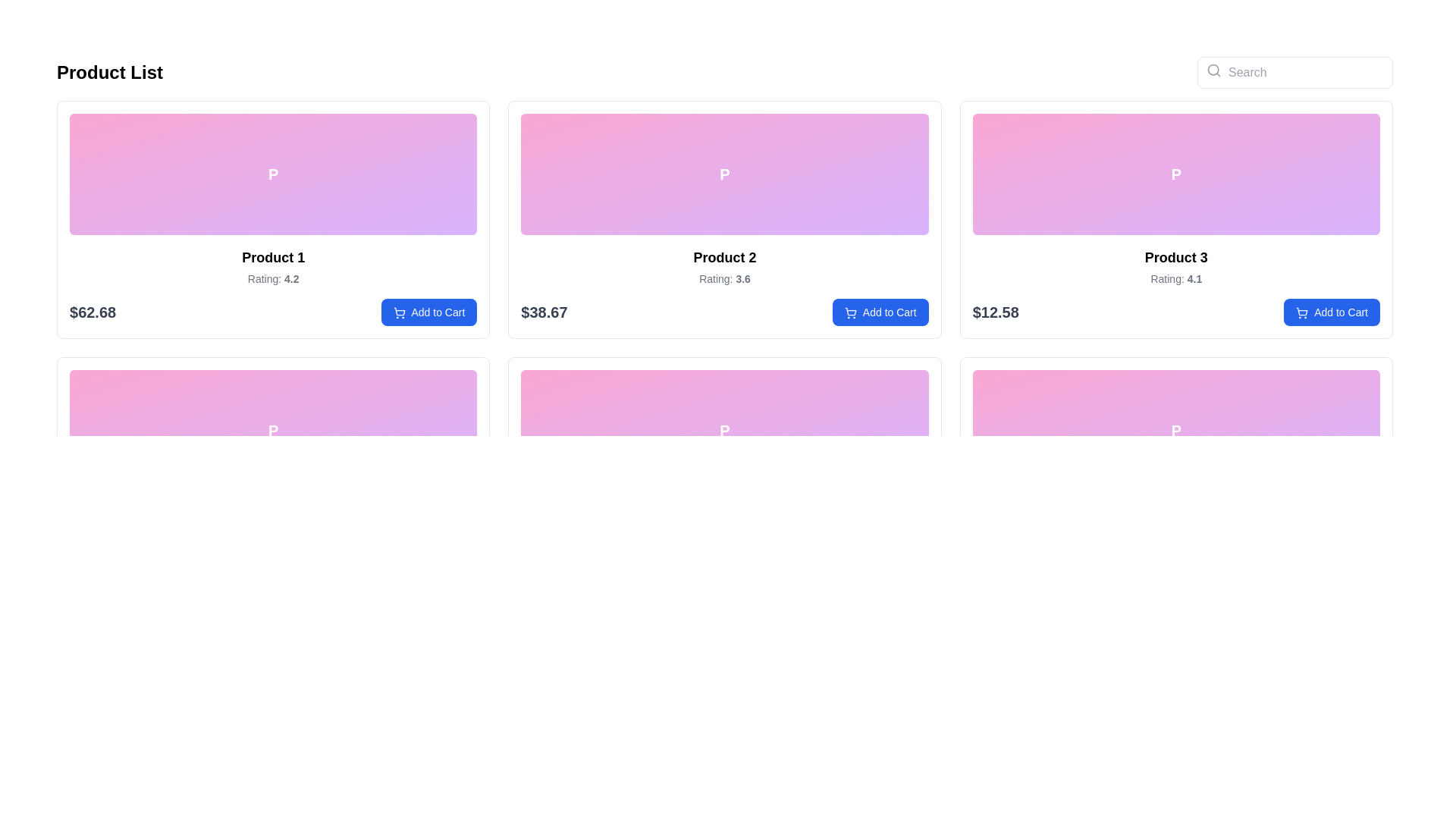 The image size is (1456, 819). I want to click on the static text displaying the rating value for 'Product 1', which is located below the product name and above the price and 'Add to Cart' button, so click(273, 278).